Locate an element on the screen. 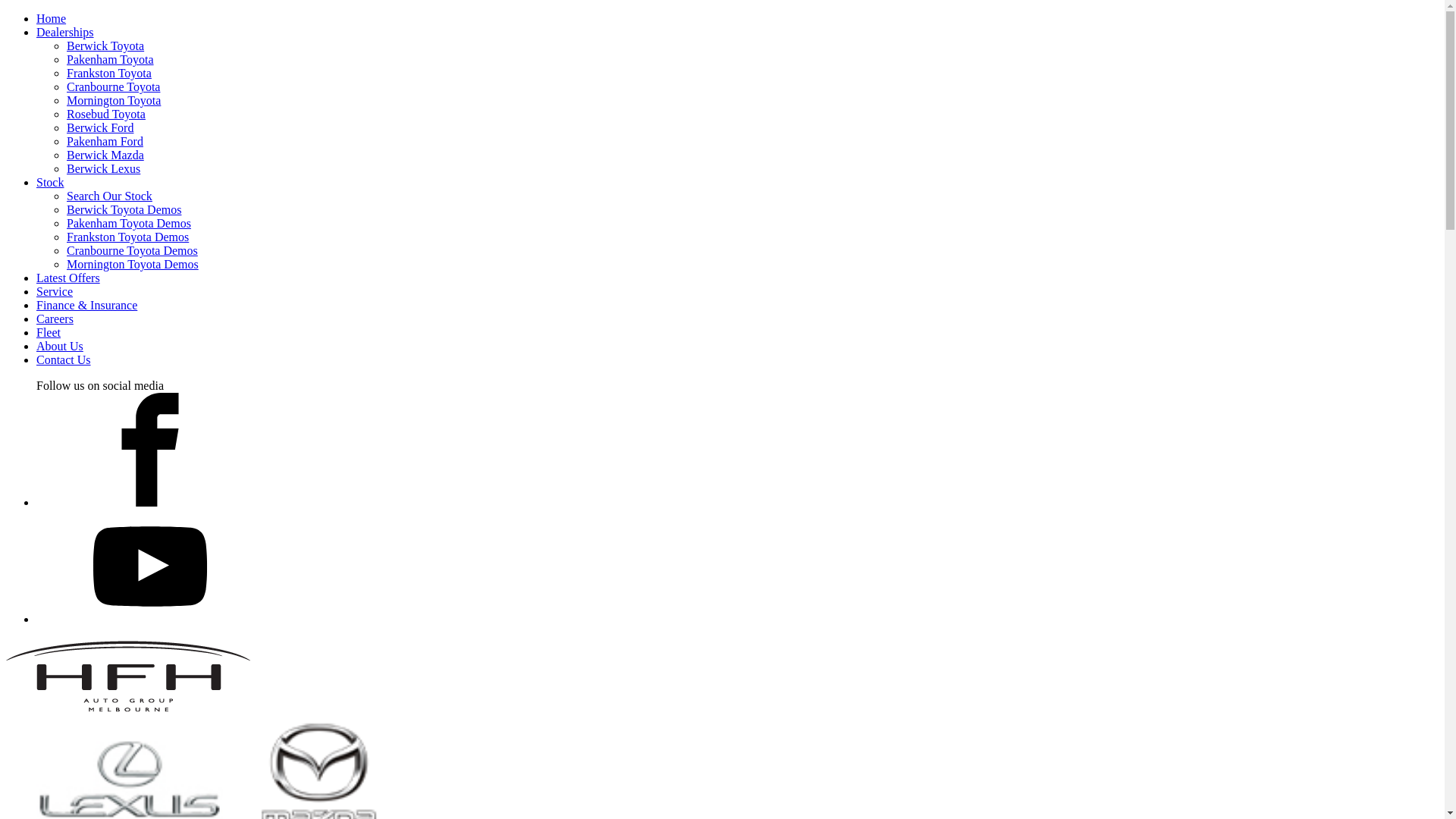 The width and height of the screenshot is (1456, 819). 'Pakenham Toyota Demos' is located at coordinates (128, 223).